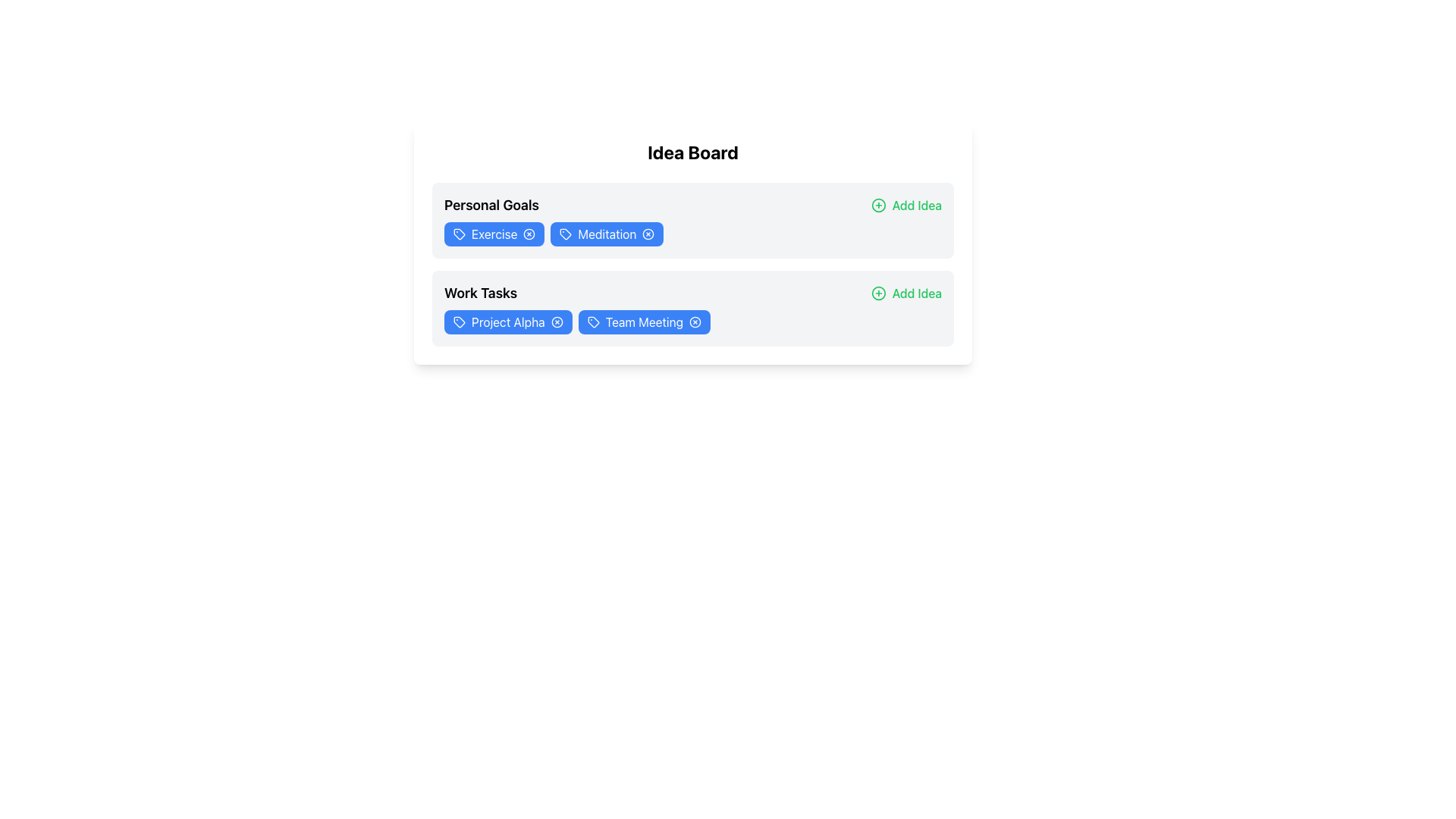 This screenshot has height=819, width=1456. Describe the element at coordinates (556, 321) in the screenshot. I see `the Circular button with an 'X' symbol for the 'Project Alpha' tag` at that location.